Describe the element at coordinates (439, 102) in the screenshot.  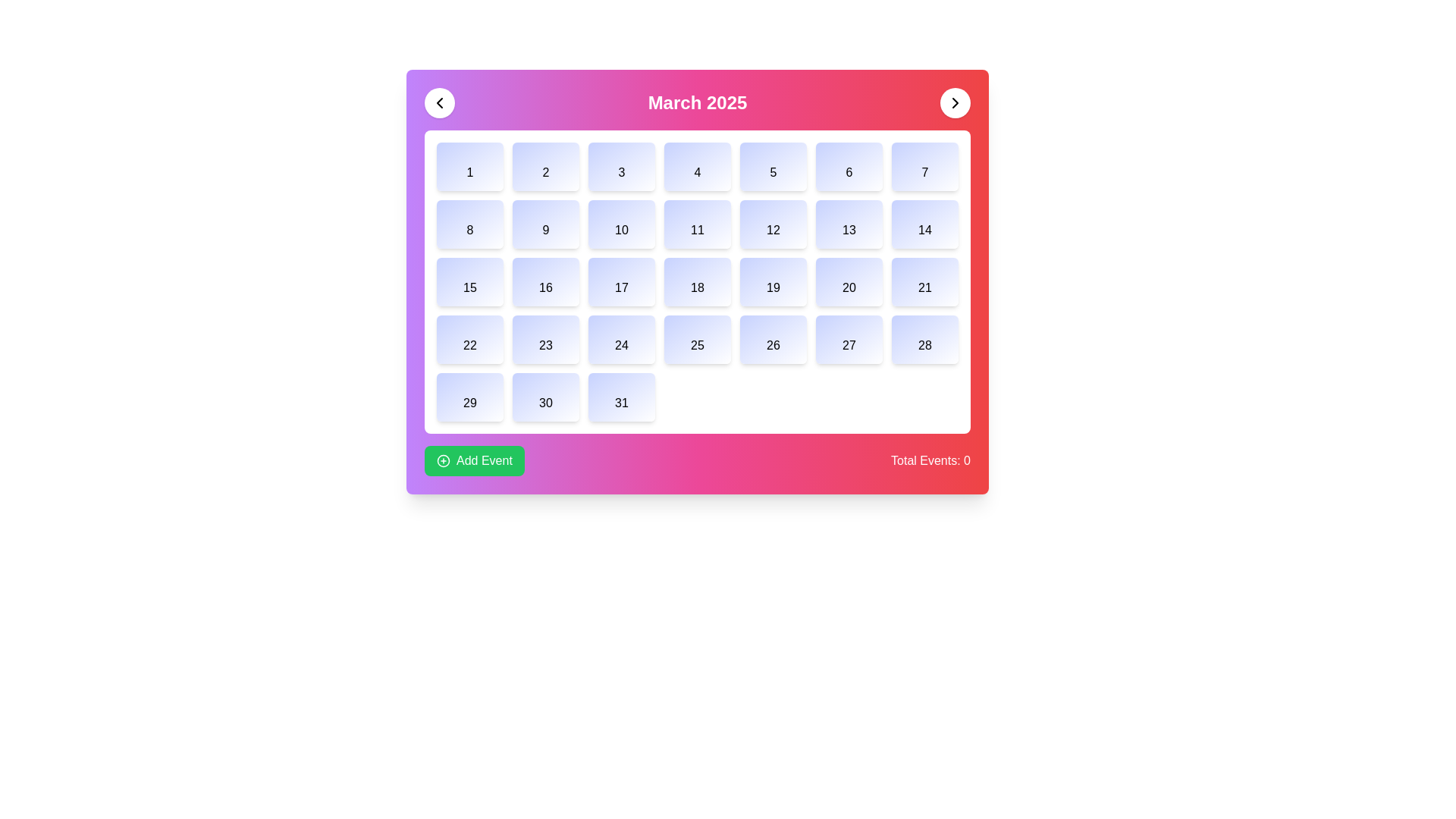
I see `the leftward-pointing chevron arrow SVG icon located within the circular button in the top-left corner of the calendar interface` at that location.